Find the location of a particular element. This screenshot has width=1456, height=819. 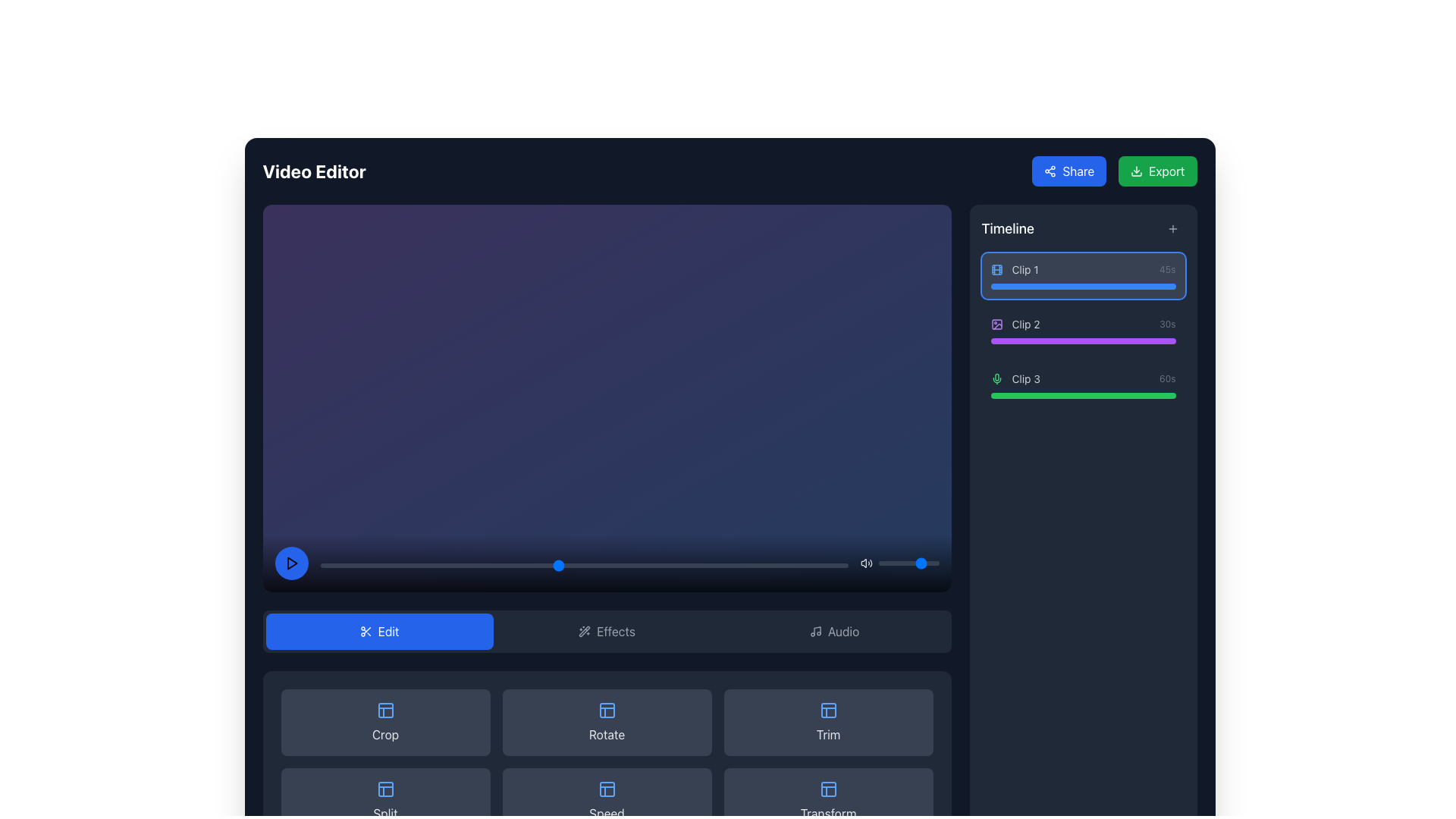

the 'Clip 2' timeline entry item is located at coordinates (1082, 324).